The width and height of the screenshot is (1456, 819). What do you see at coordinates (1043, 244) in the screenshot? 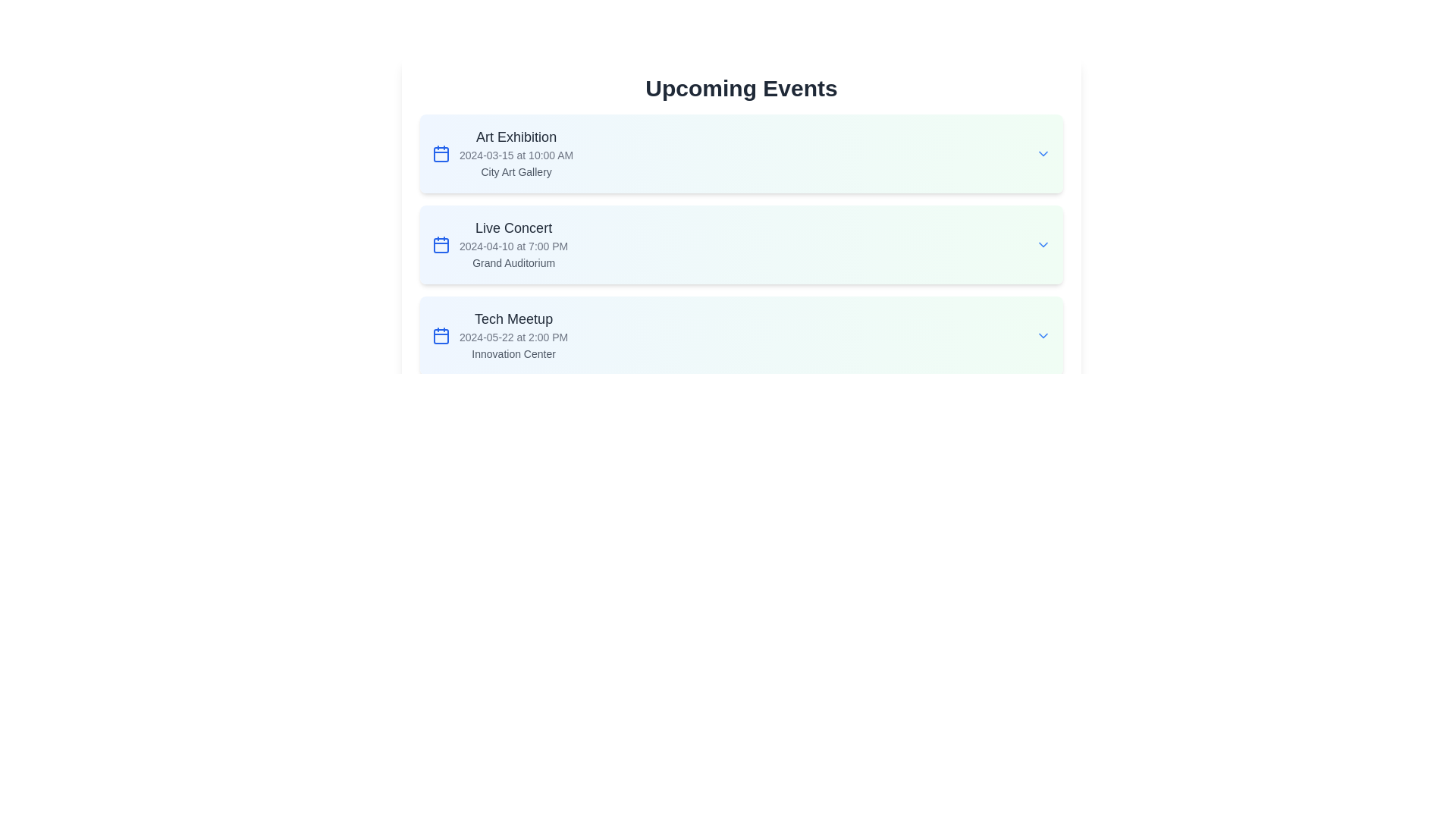
I see `the blue downward-facing chevron icon` at bounding box center [1043, 244].